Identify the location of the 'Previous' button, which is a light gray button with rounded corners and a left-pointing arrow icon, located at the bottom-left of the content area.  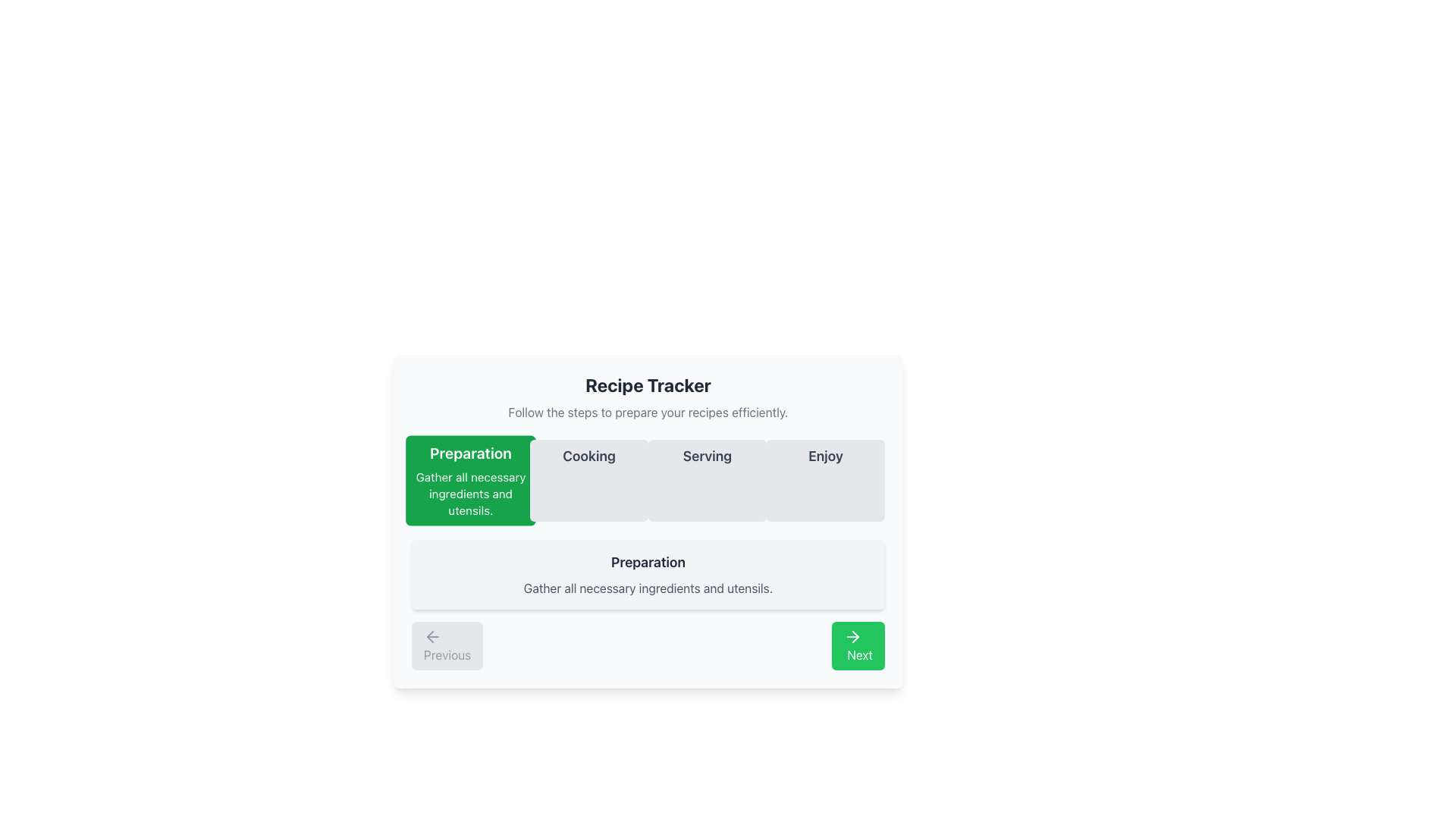
(447, 646).